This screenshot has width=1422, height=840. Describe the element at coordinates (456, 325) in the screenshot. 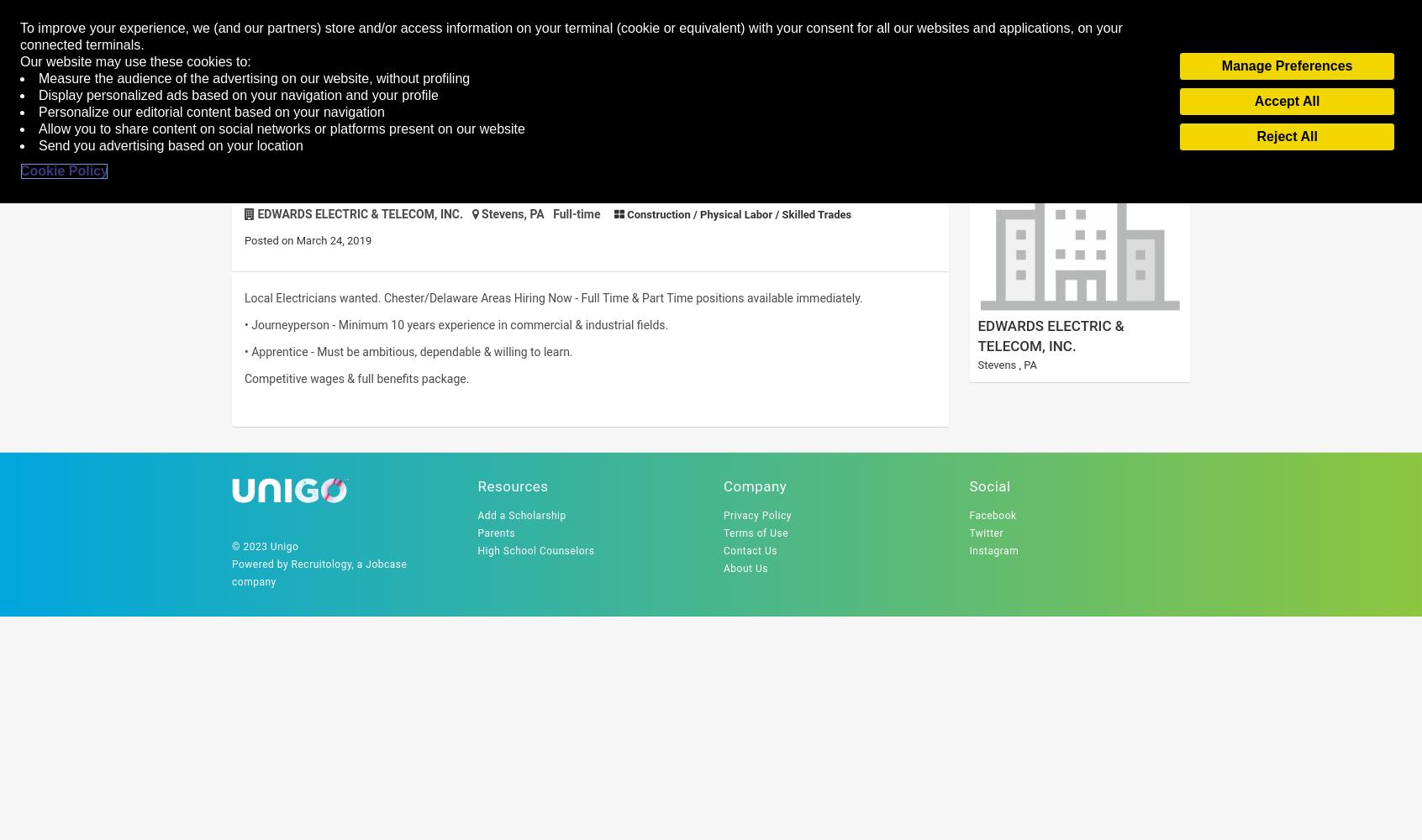

I see `'• Journeyperson - Minimum 10 years experience in commercial & industrial fields.'` at that location.